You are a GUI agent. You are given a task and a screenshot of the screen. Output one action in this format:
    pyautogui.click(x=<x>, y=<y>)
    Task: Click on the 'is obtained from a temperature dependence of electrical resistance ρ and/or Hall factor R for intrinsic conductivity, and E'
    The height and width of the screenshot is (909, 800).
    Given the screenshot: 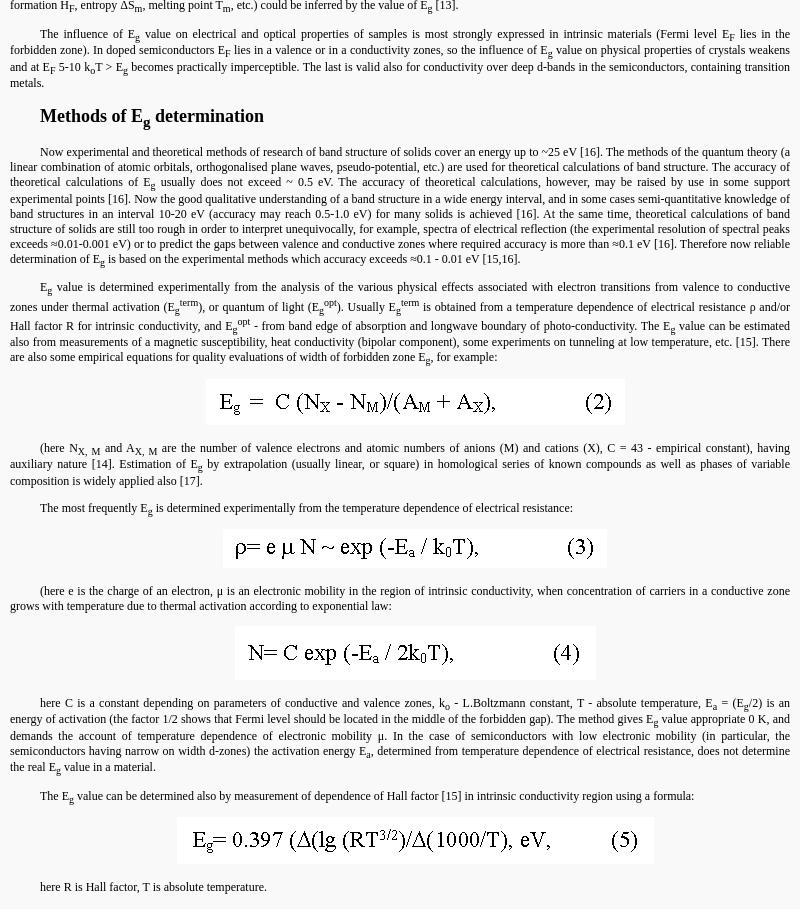 What is the action you would take?
    pyautogui.click(x=10, y=314)
    